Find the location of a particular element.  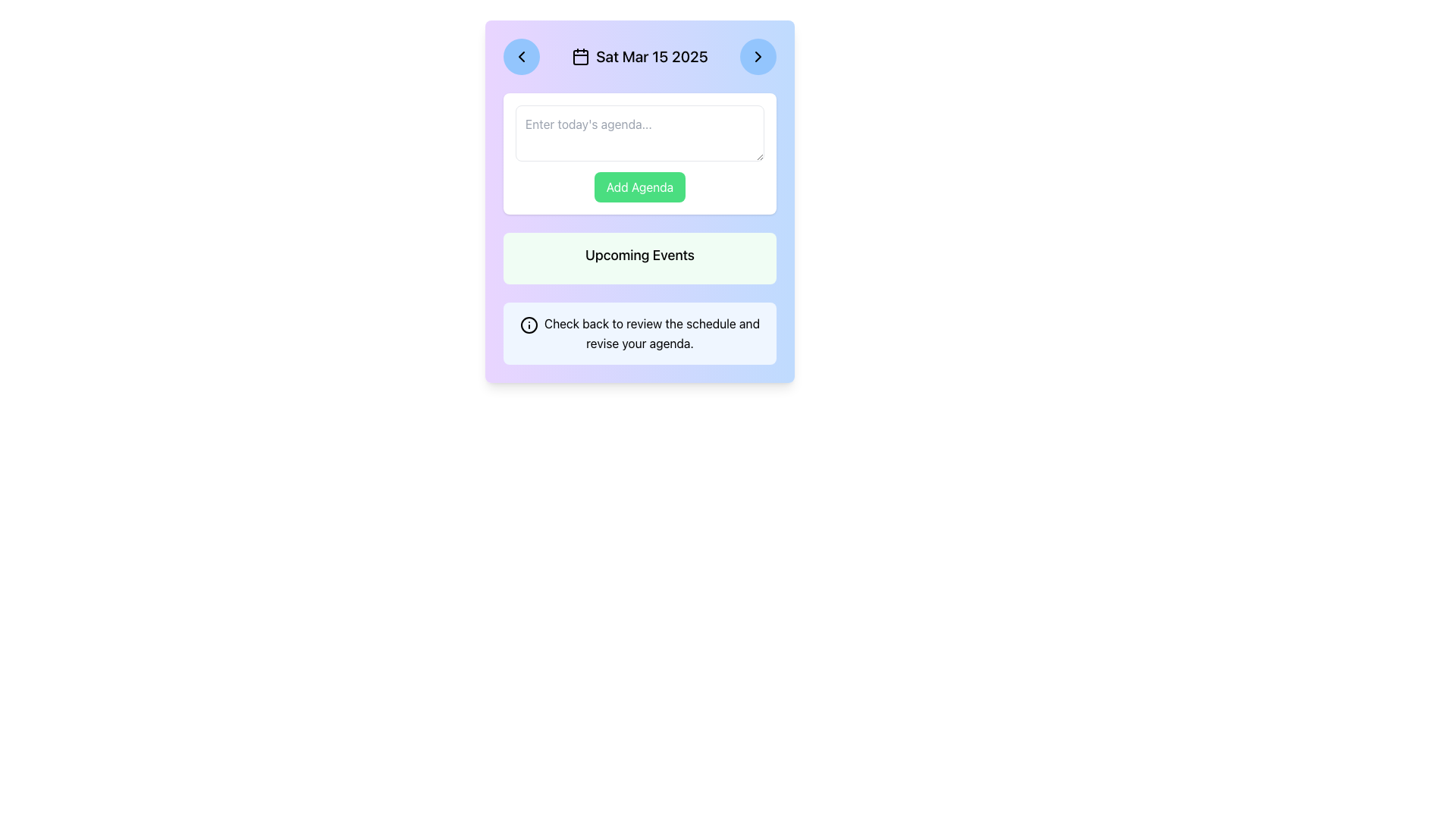

the Vector graphics - Circle element located inside the 'info' icon SVG in the notice section at the bottom of the interface is located at coordinates (529, 324).